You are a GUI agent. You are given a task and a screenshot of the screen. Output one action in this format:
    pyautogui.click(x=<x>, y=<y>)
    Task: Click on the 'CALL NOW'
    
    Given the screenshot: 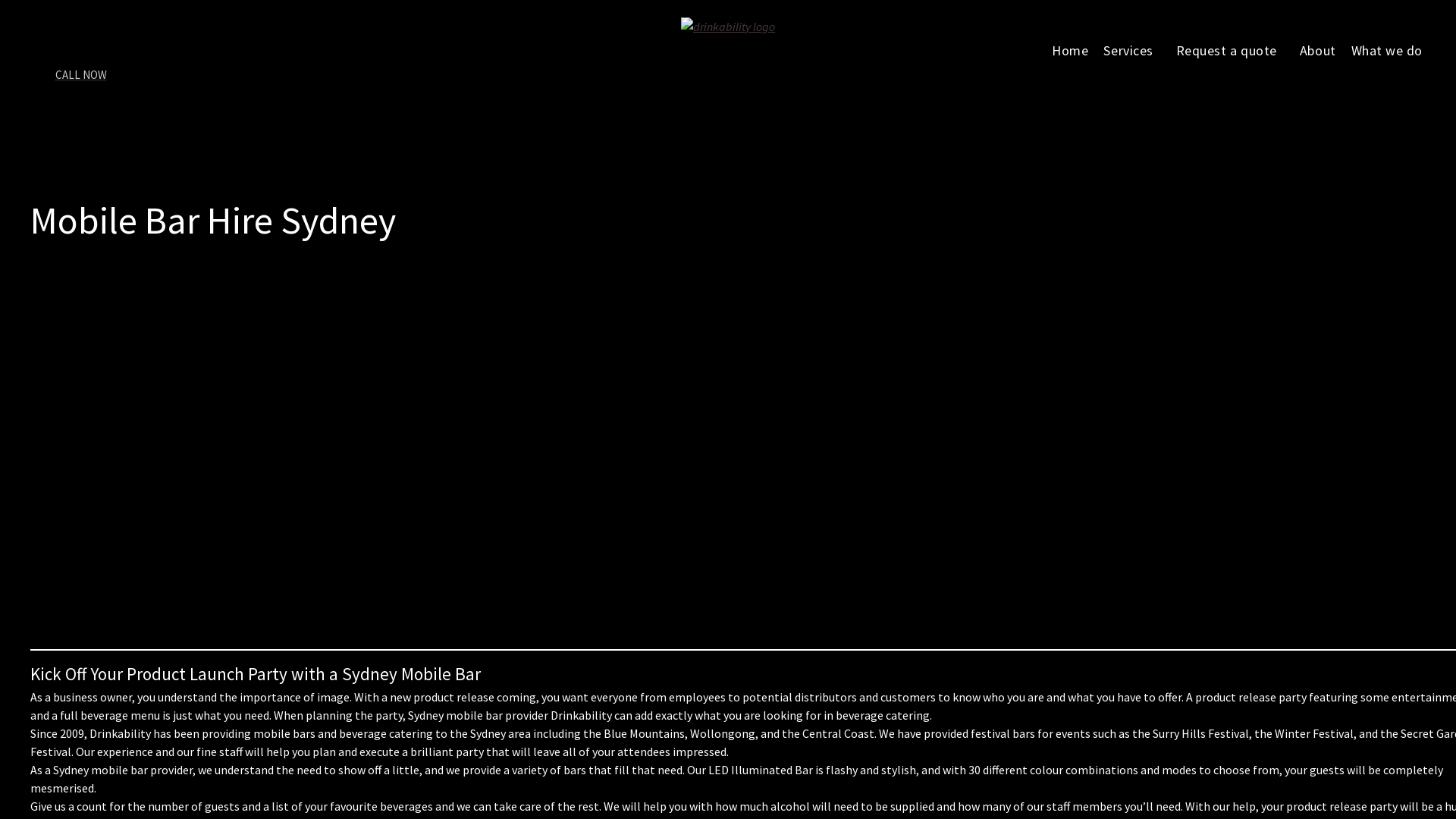 What is the action you would take?
    pyautogui.click(x=86, y=83)
    